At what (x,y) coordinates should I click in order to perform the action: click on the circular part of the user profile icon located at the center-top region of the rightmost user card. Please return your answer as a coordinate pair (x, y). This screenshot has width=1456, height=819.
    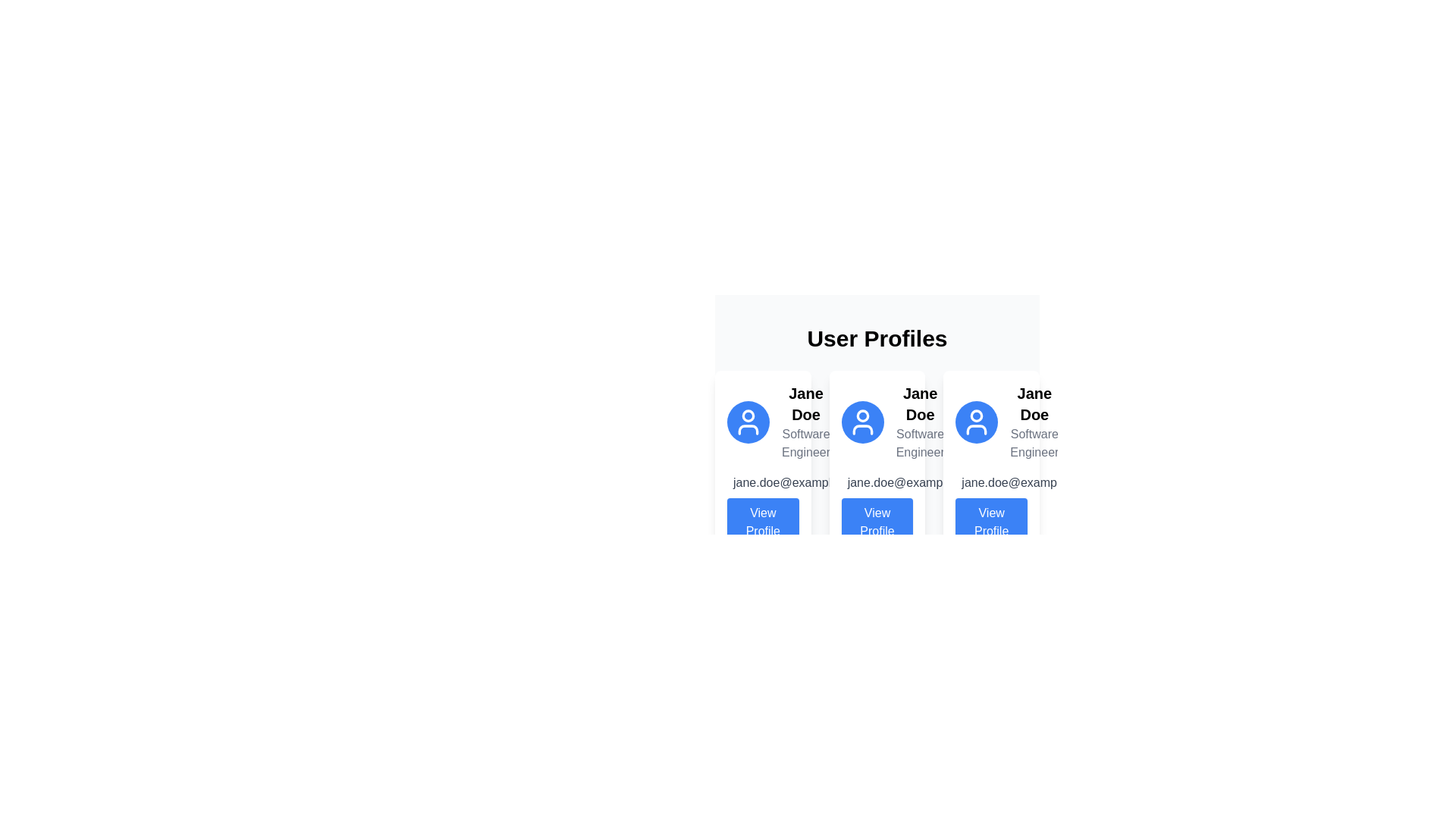
    Looking at the image, I should click on (977, 416).